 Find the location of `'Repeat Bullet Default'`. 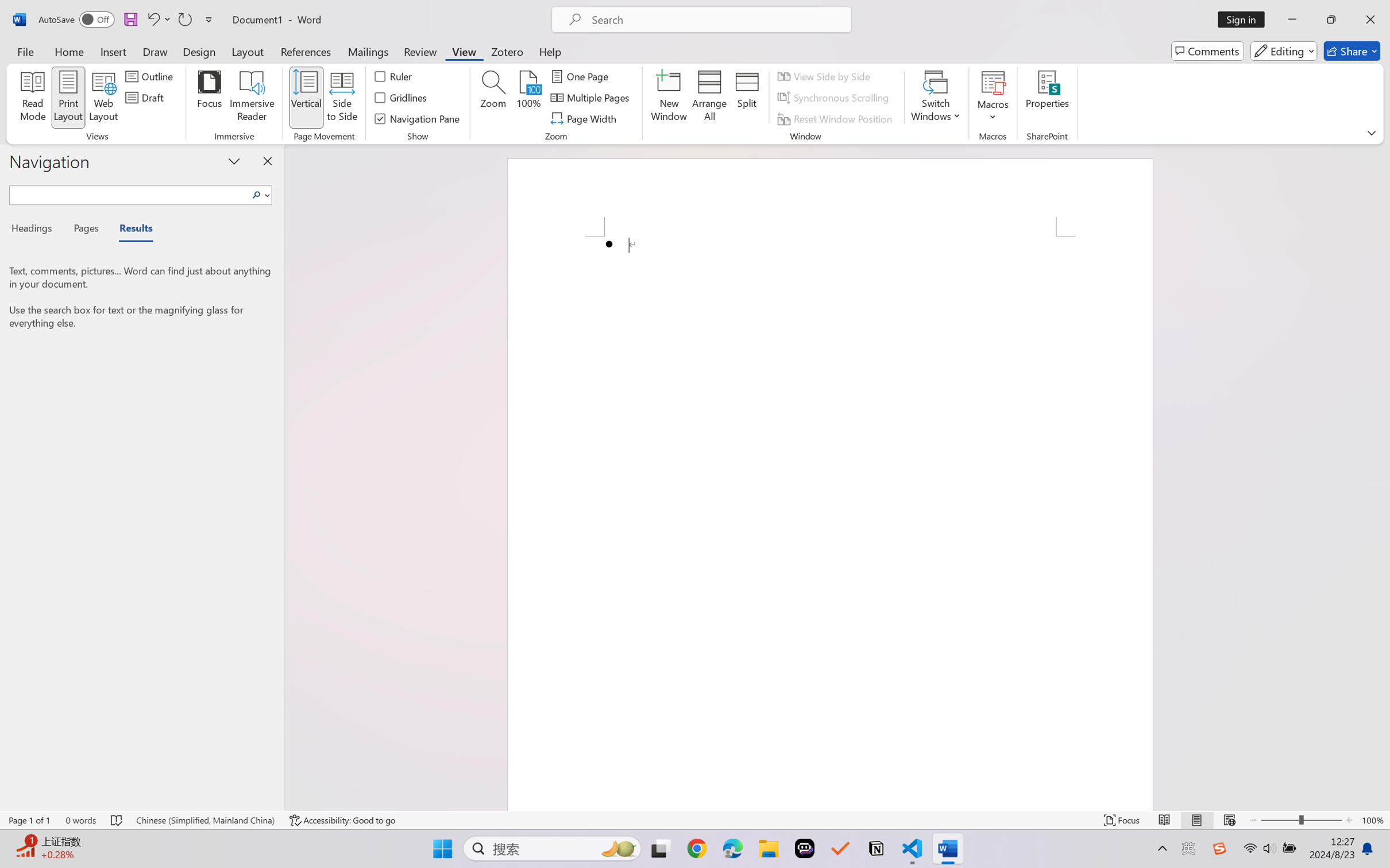

'Repeat Bullet Default' is located at coordinates (184, 19).